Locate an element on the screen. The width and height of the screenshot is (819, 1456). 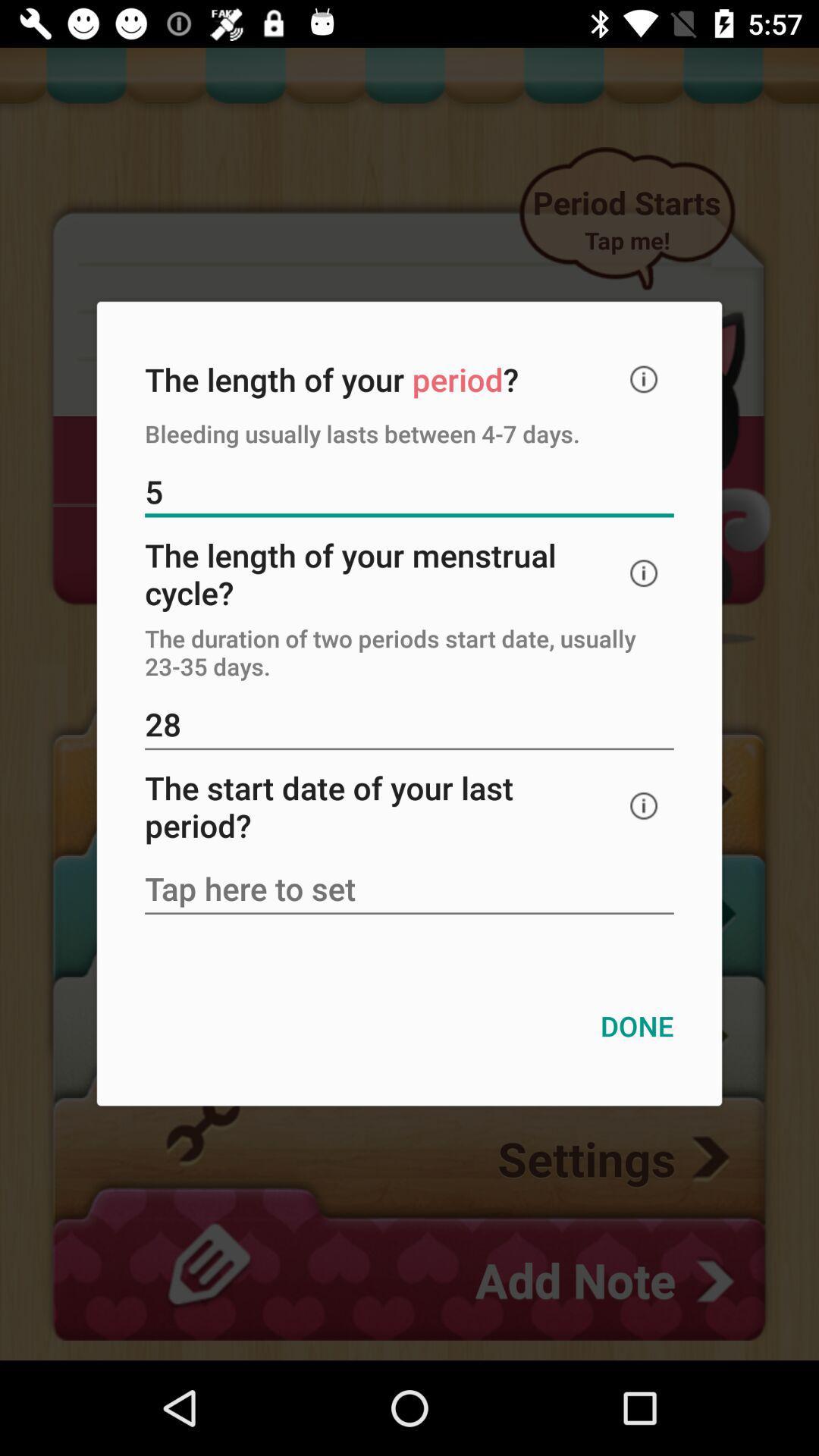
more information is located at coordinates (644, 379).